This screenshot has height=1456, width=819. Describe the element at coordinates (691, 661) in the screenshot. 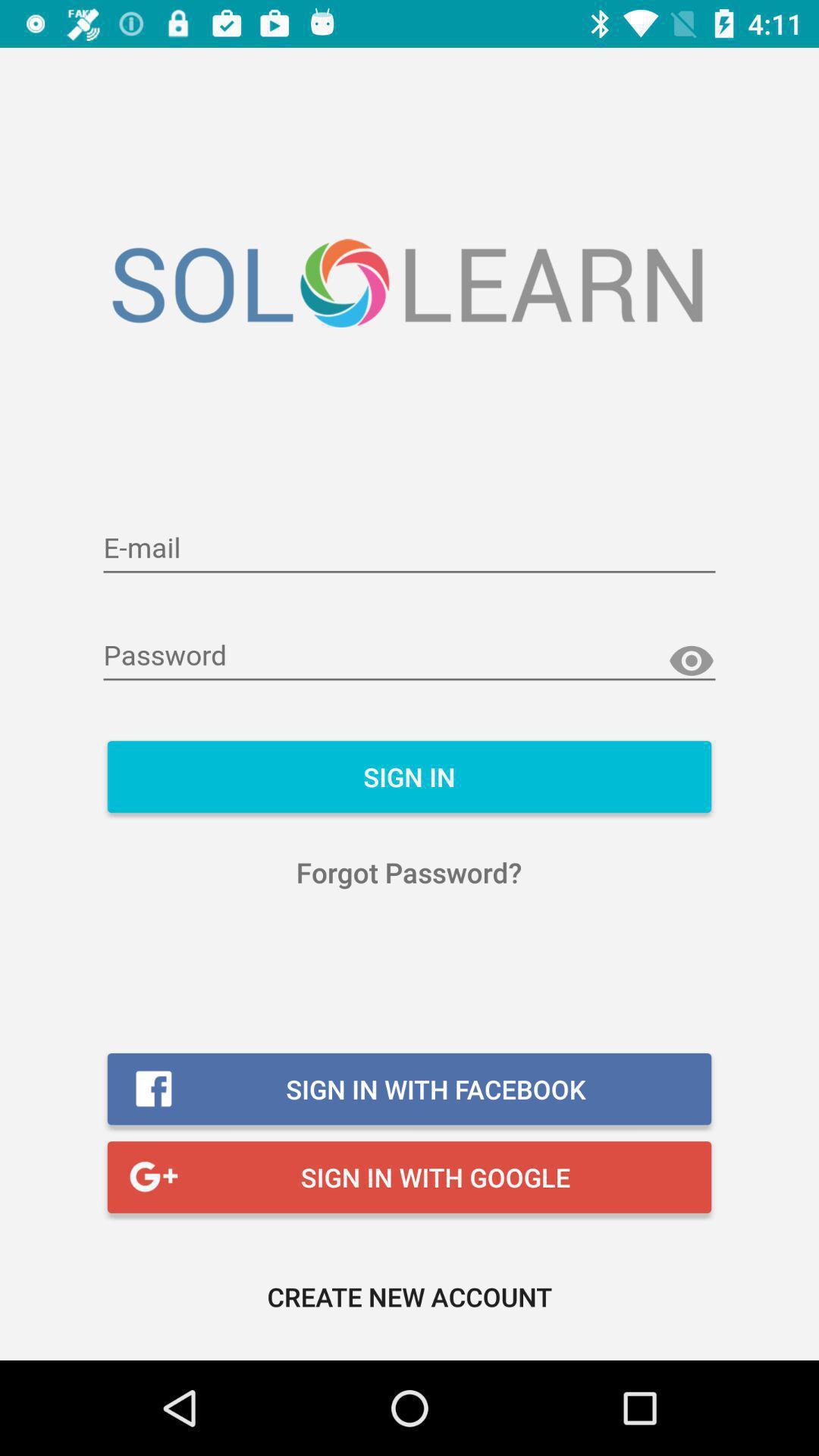

I see `show password` at that location.